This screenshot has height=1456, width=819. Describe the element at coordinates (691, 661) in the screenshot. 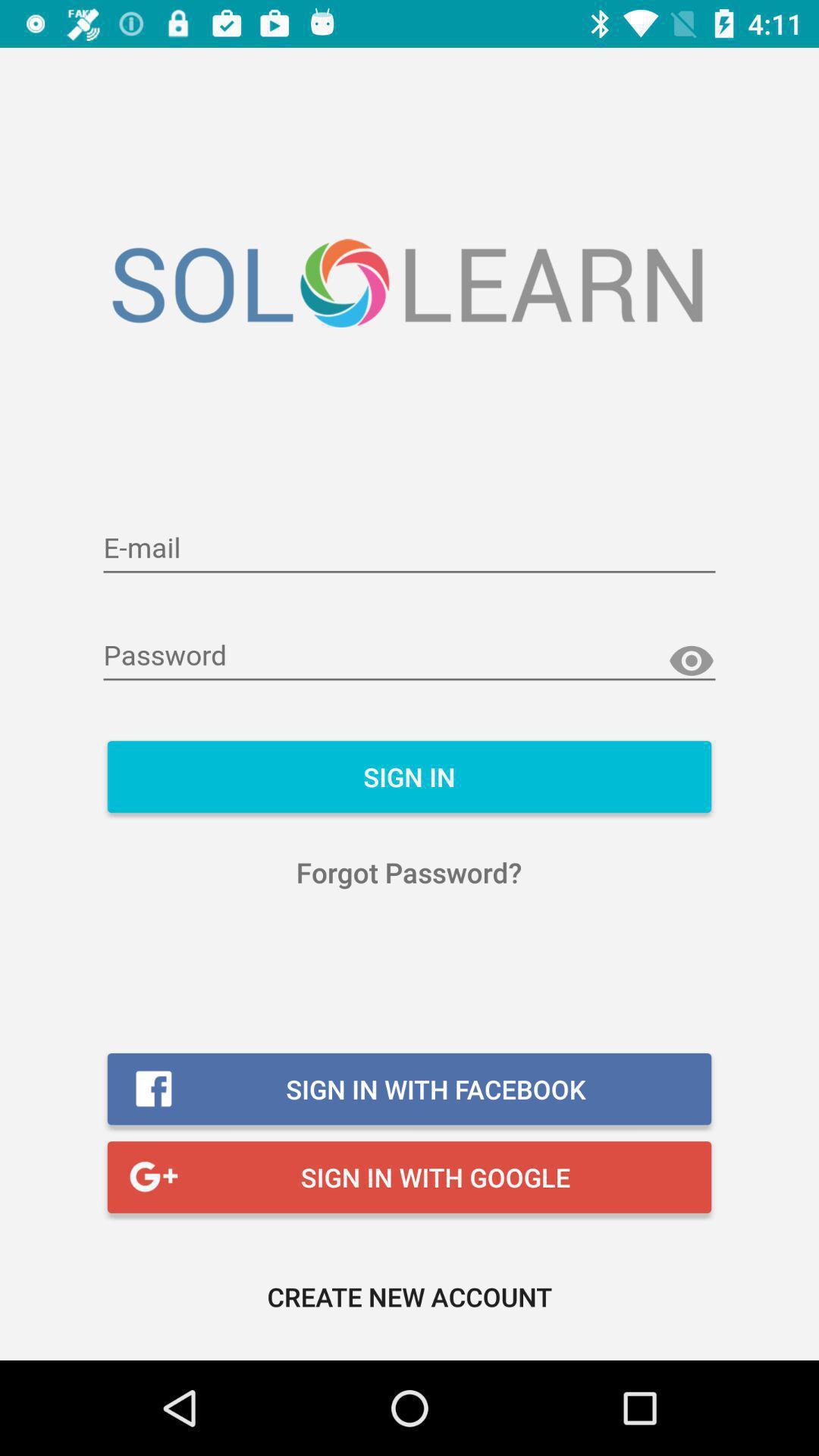

I see `show password` at that location.